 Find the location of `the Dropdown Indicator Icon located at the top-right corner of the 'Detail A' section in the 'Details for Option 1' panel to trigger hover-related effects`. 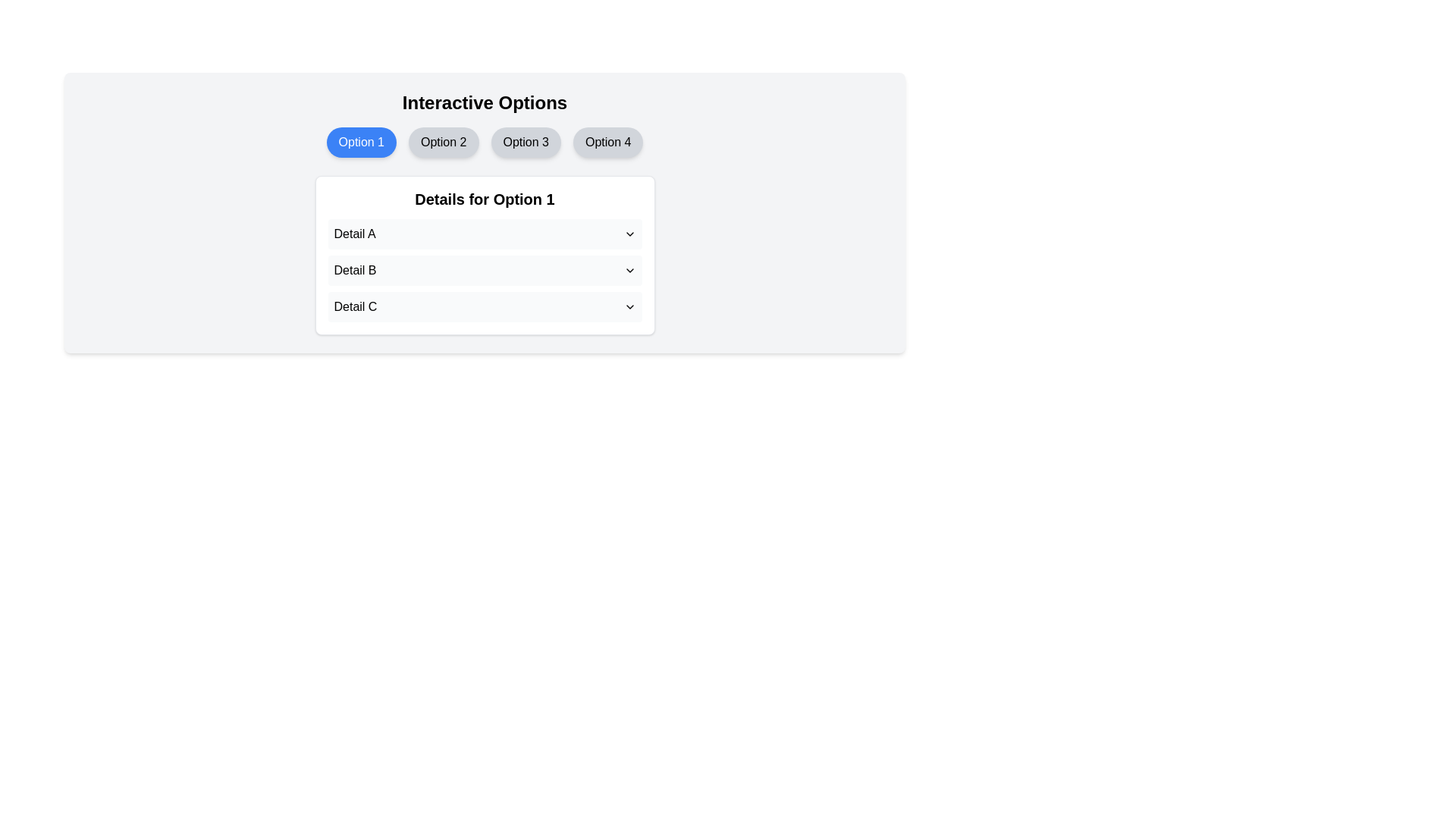

the Dropdown Indicator Icon located at the top-right corner of the 'Detail A' section in the 'Details for Option 1' panel to trigger hover-related effects is located at coordinates (629, 234).